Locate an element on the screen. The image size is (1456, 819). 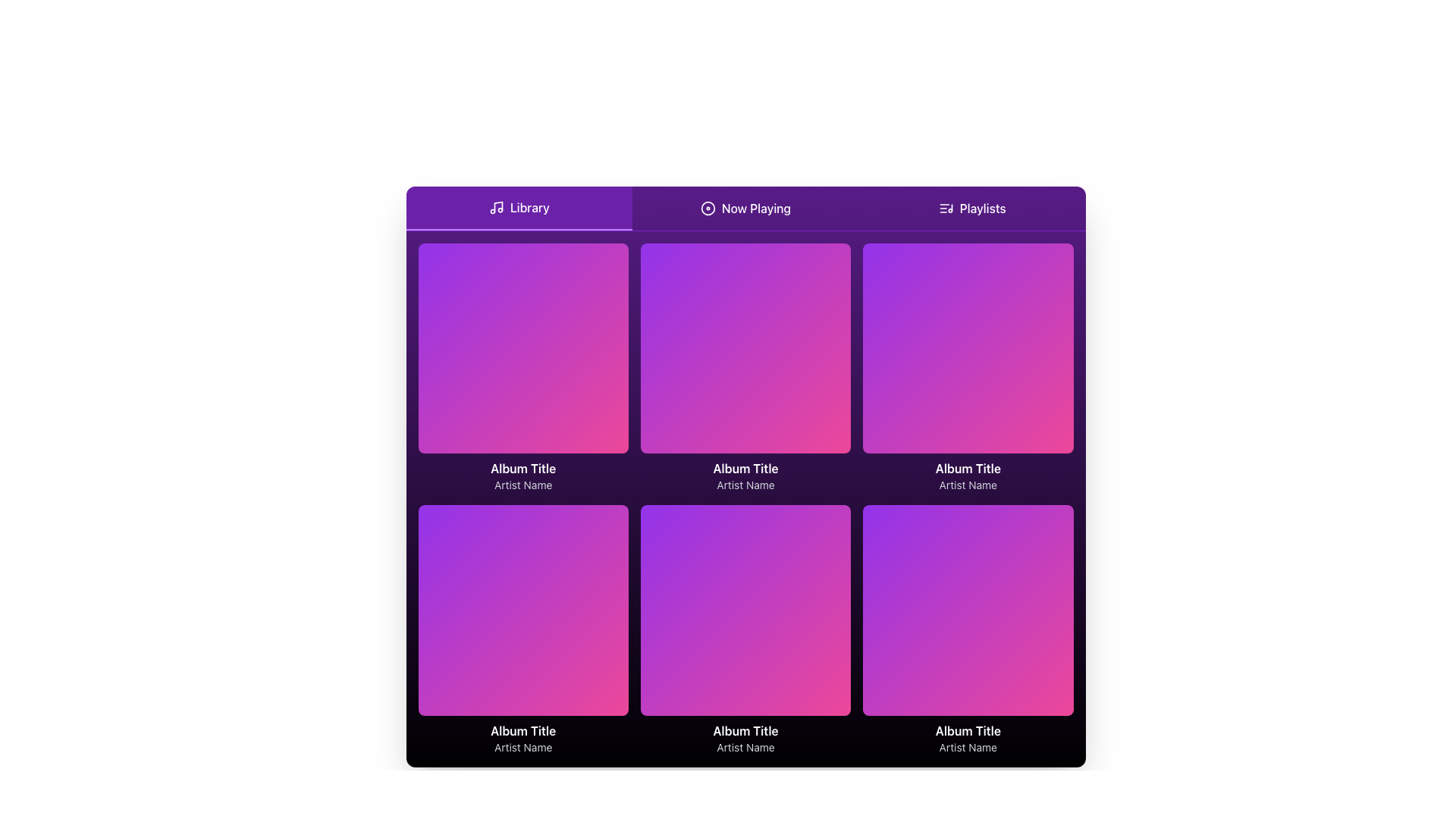
album title displayed as 'Album Title' in bold text, located in the center column of the bottom row in a dark-themed grid layout is located at coordinates (745, 730).